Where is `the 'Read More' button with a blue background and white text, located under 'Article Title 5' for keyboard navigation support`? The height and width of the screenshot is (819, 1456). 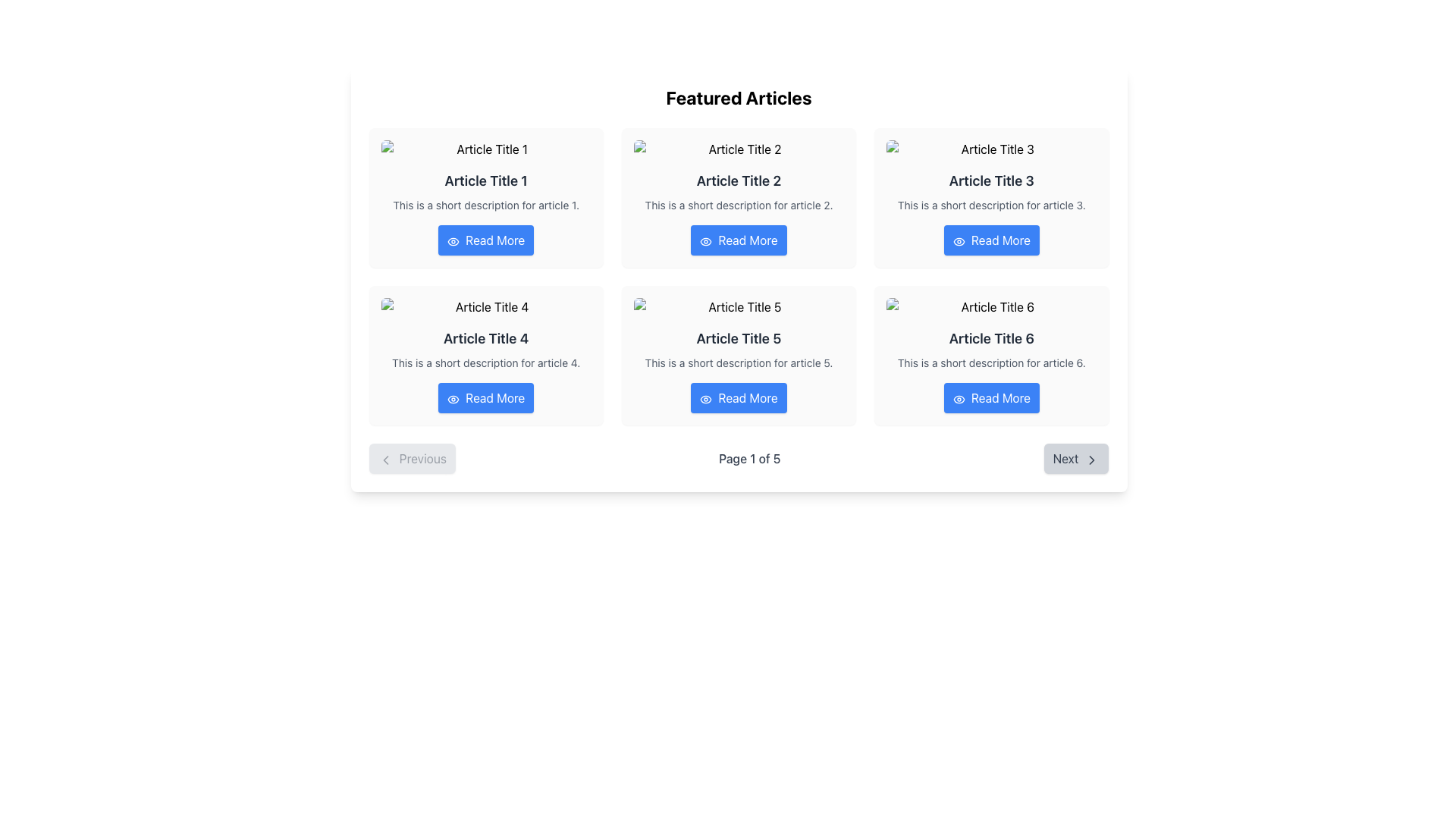
the 'Read More' button with a blue background and white text, located under 'Article Title 5' for keyboard navigation support is located at coordinates (739, 397).